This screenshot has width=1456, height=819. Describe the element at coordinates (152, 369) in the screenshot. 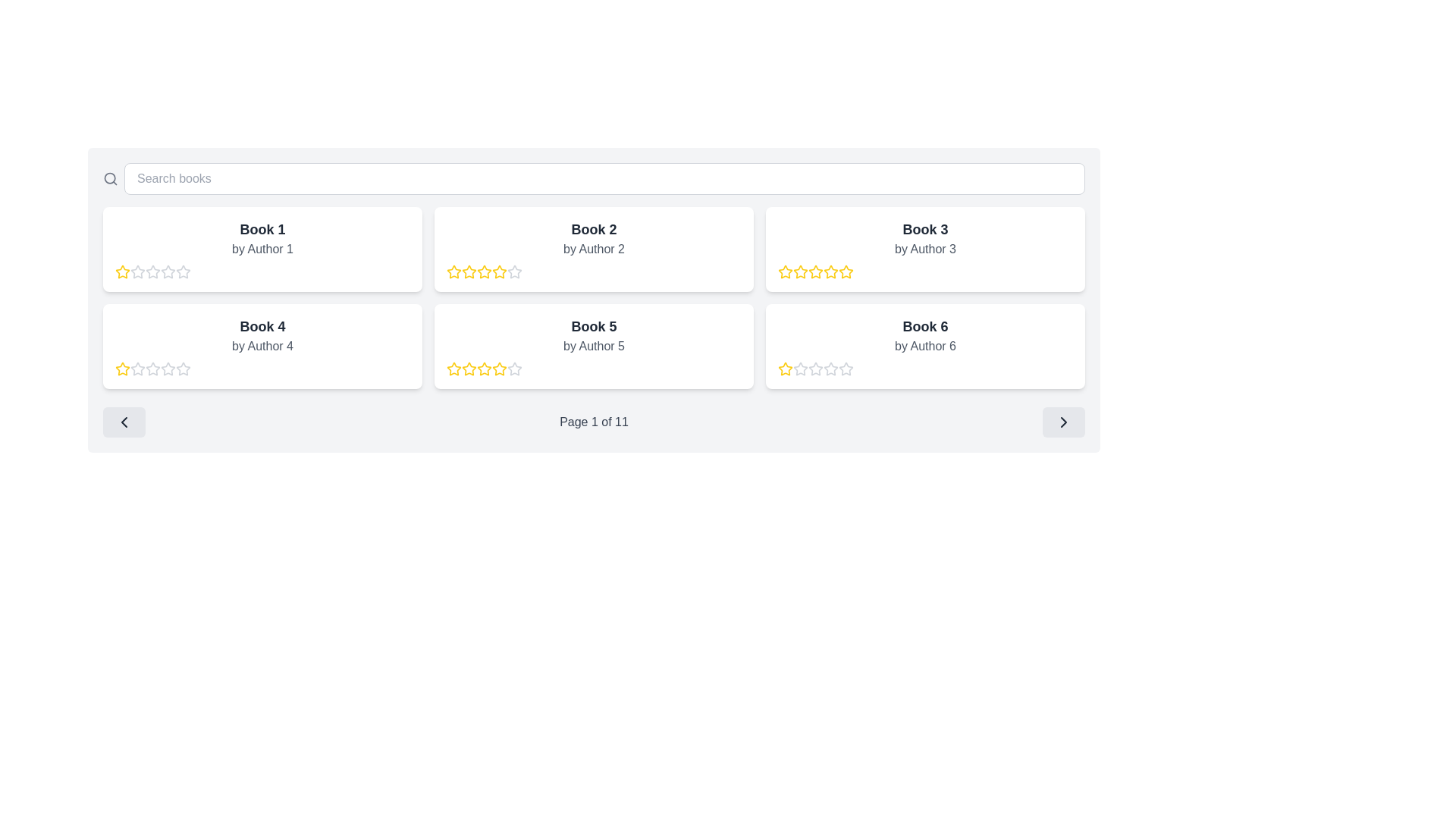

I see `the second star icon in the rating system below 'Book 4' by 'Author 4'` at that location.